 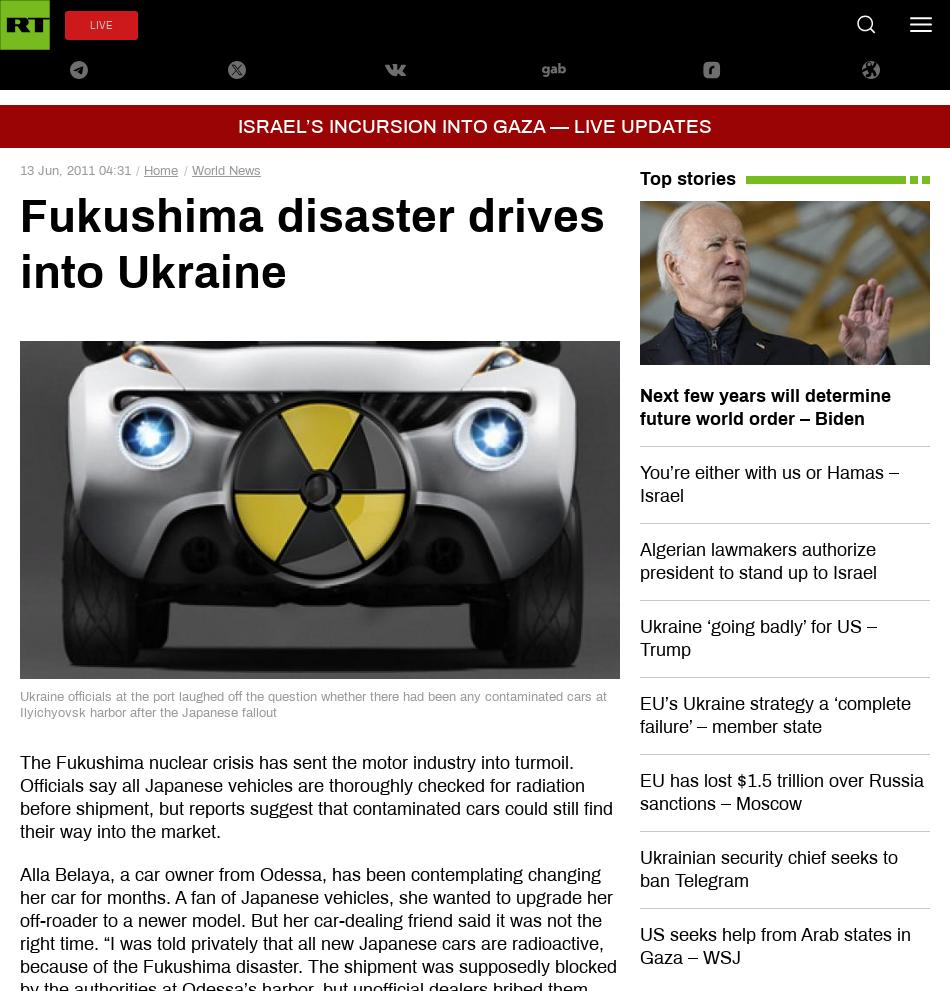 What do you see at coordinates (311, 244) in the screenshot?
I see `'Fukushima disaster drives into Ukraine'` at bounding box center [311, 244].